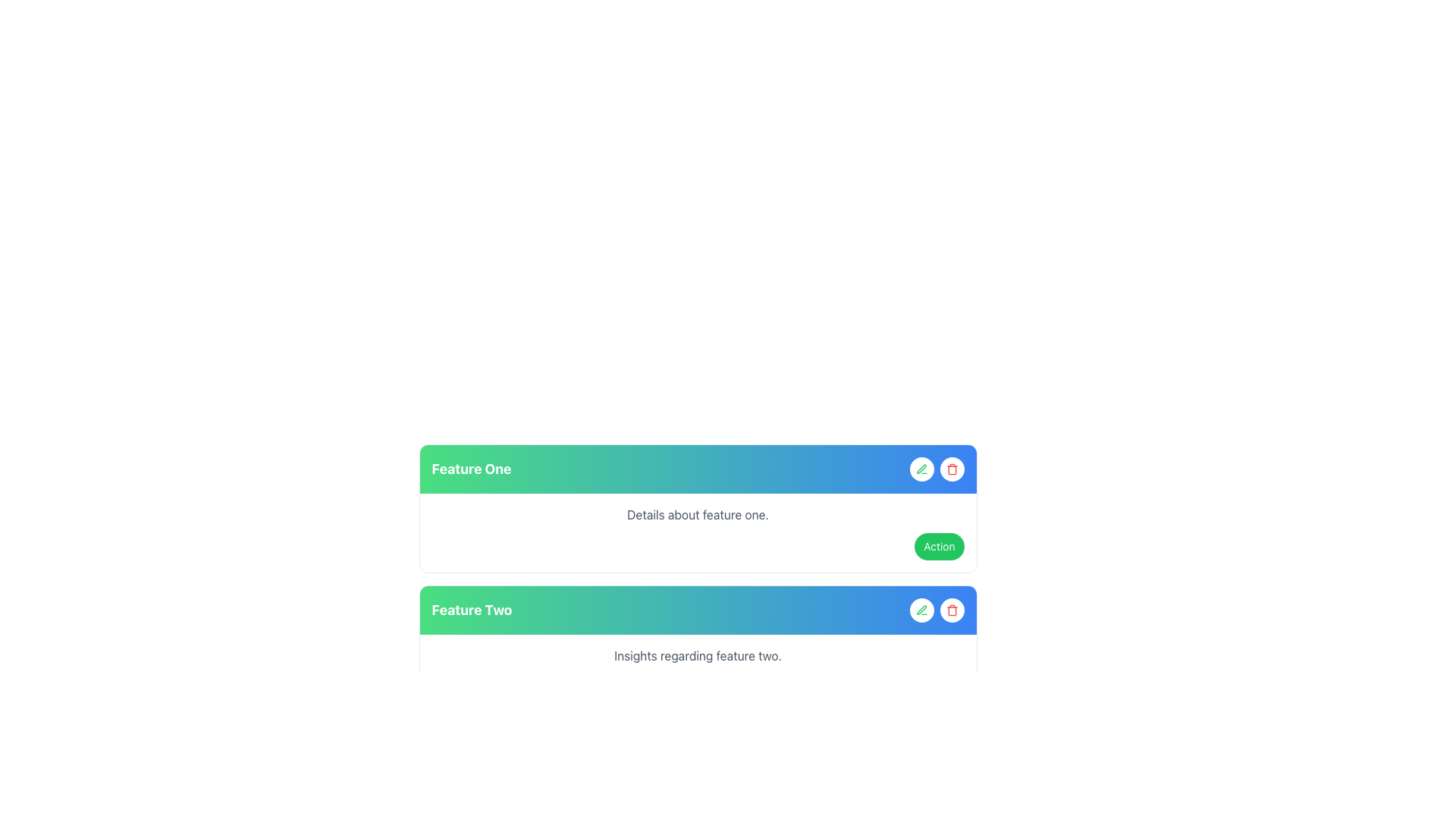 This screenshot has width=1456, height=819. Describe the element at coordinates (697, 513) in the screenshot. I see `the static text label providing information for 'Feature One', located in the white panel above the action button labeled 'Action'` at that location.